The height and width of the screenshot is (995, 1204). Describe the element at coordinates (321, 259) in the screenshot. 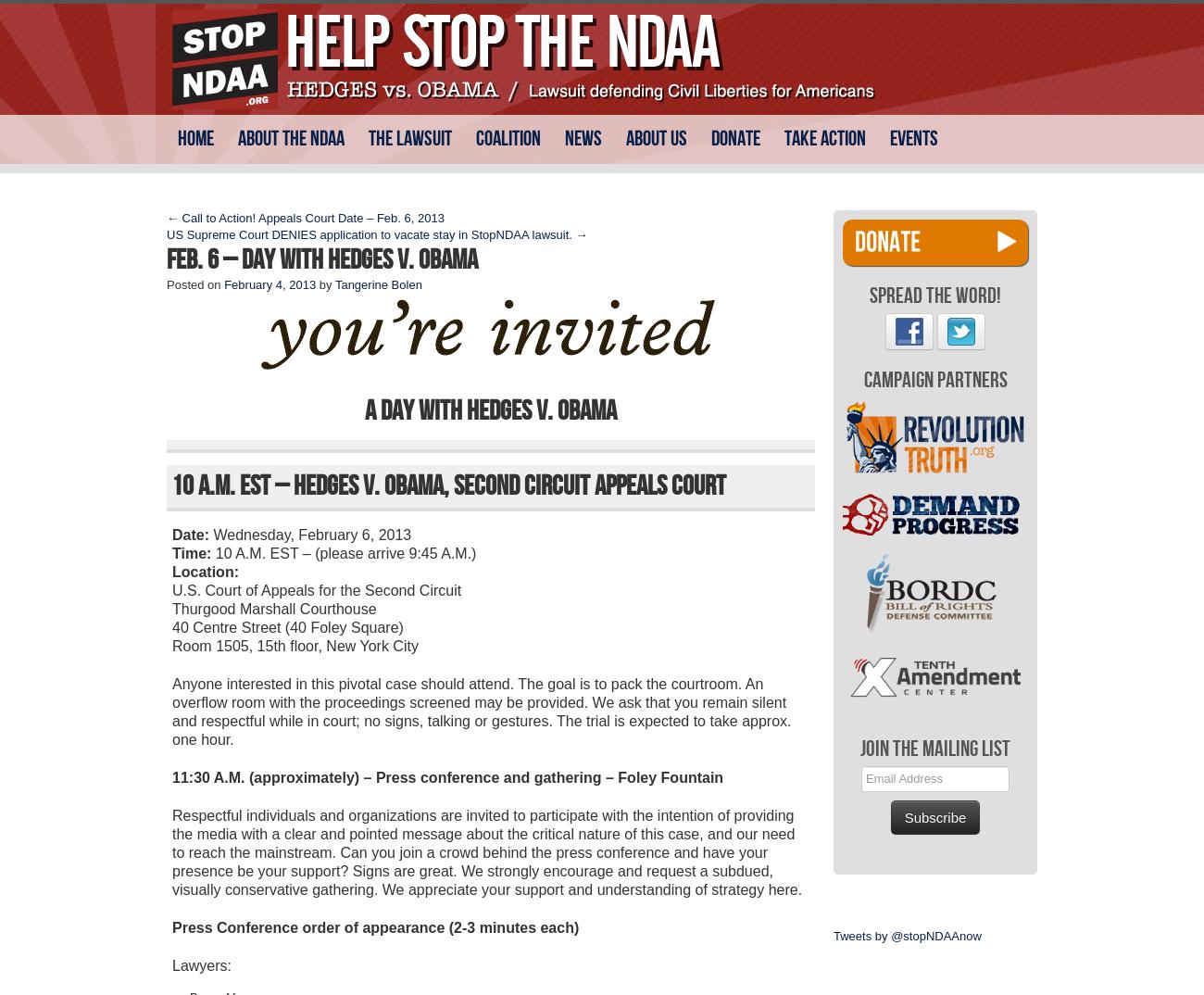

I see `'Feb. 6 – Day with Hedges v. Obama'` at that location.